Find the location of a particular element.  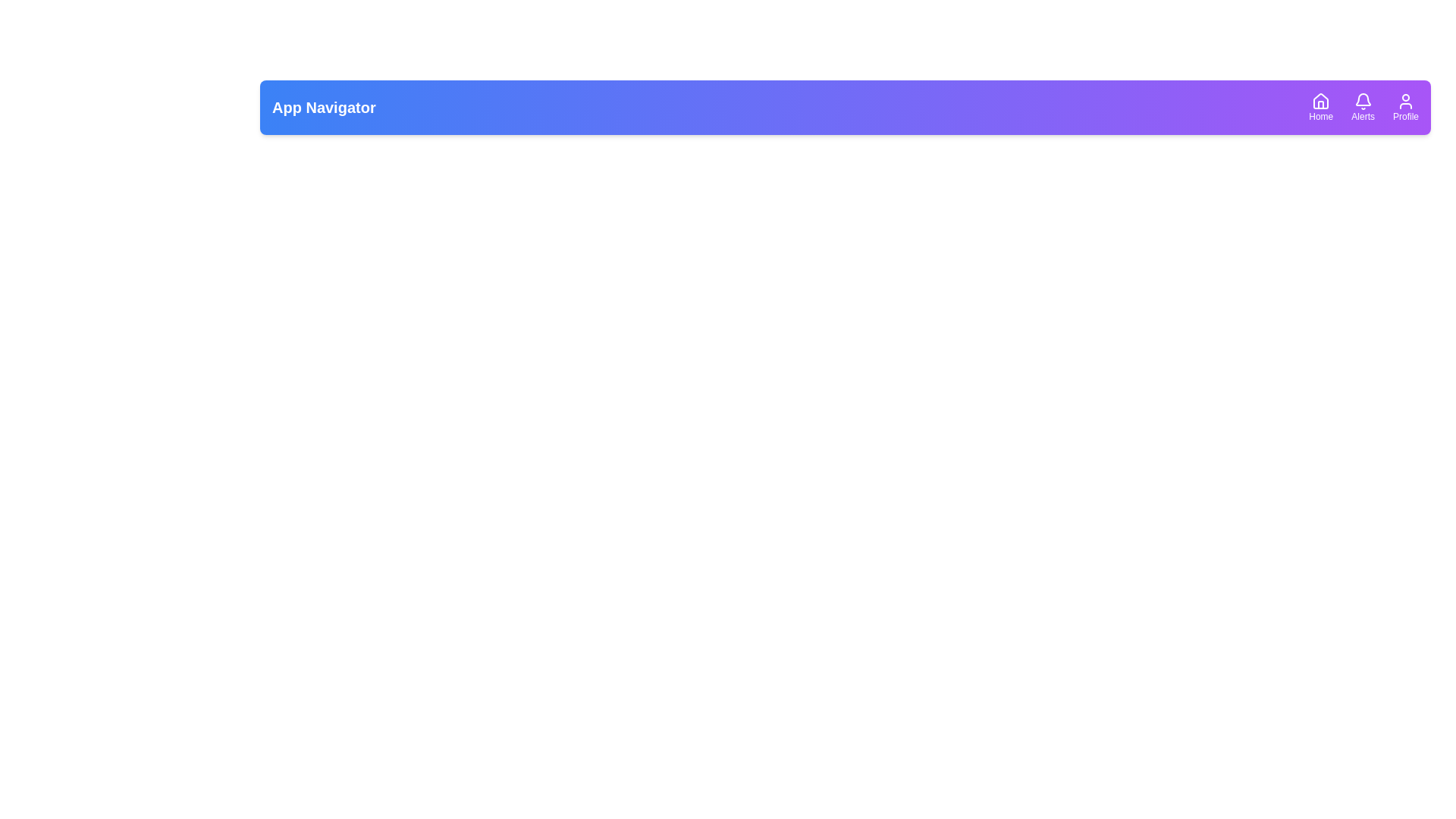

the navigation button that allows users is located at coordinates (1363, 107).